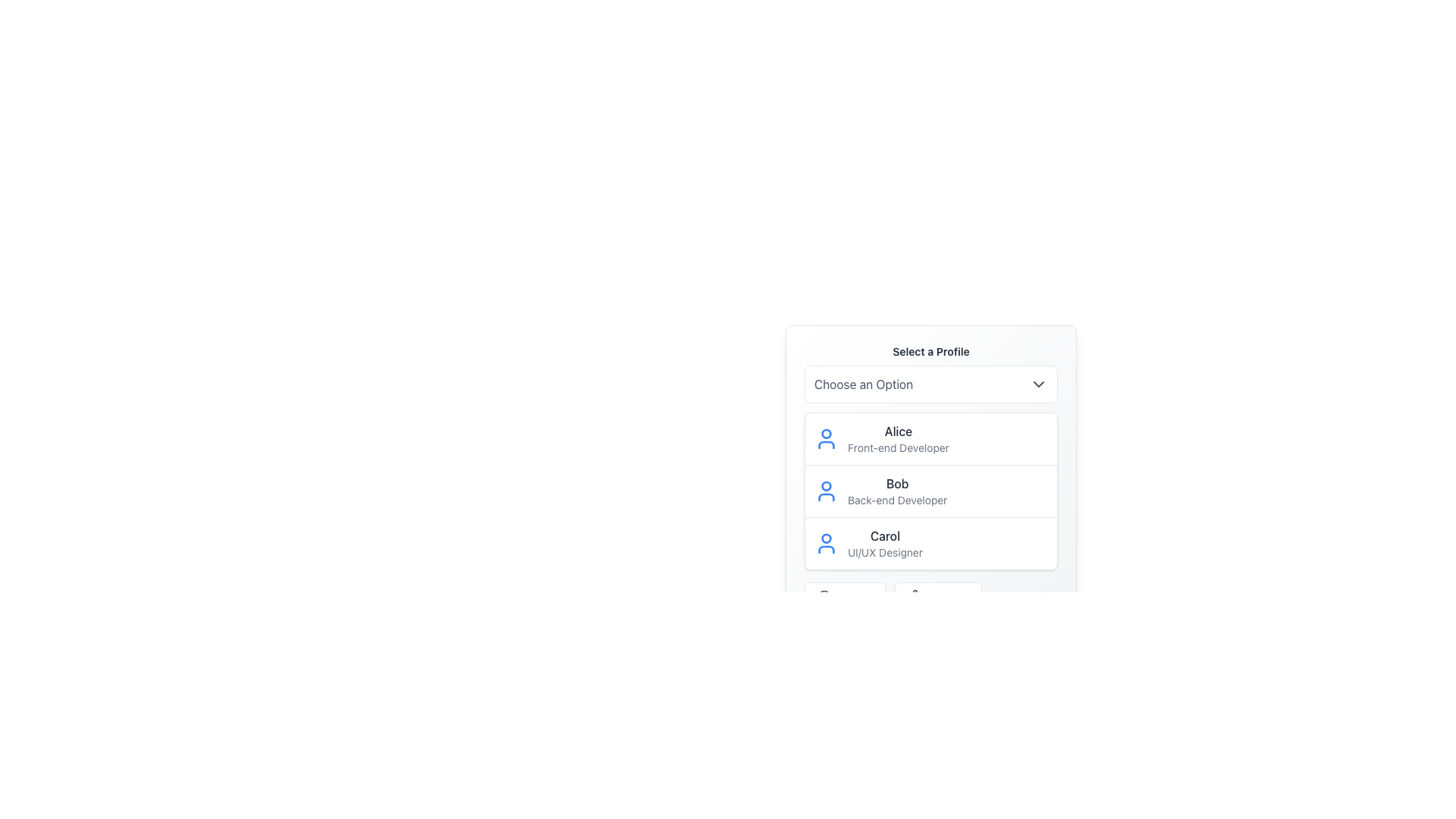 The image size is (1456, 819). What do you see at coordinates (930, 383) in the screenshot?
I see `the Dropdown menu located under the title 'Select a Profile'` at bounding box center [930, 383].